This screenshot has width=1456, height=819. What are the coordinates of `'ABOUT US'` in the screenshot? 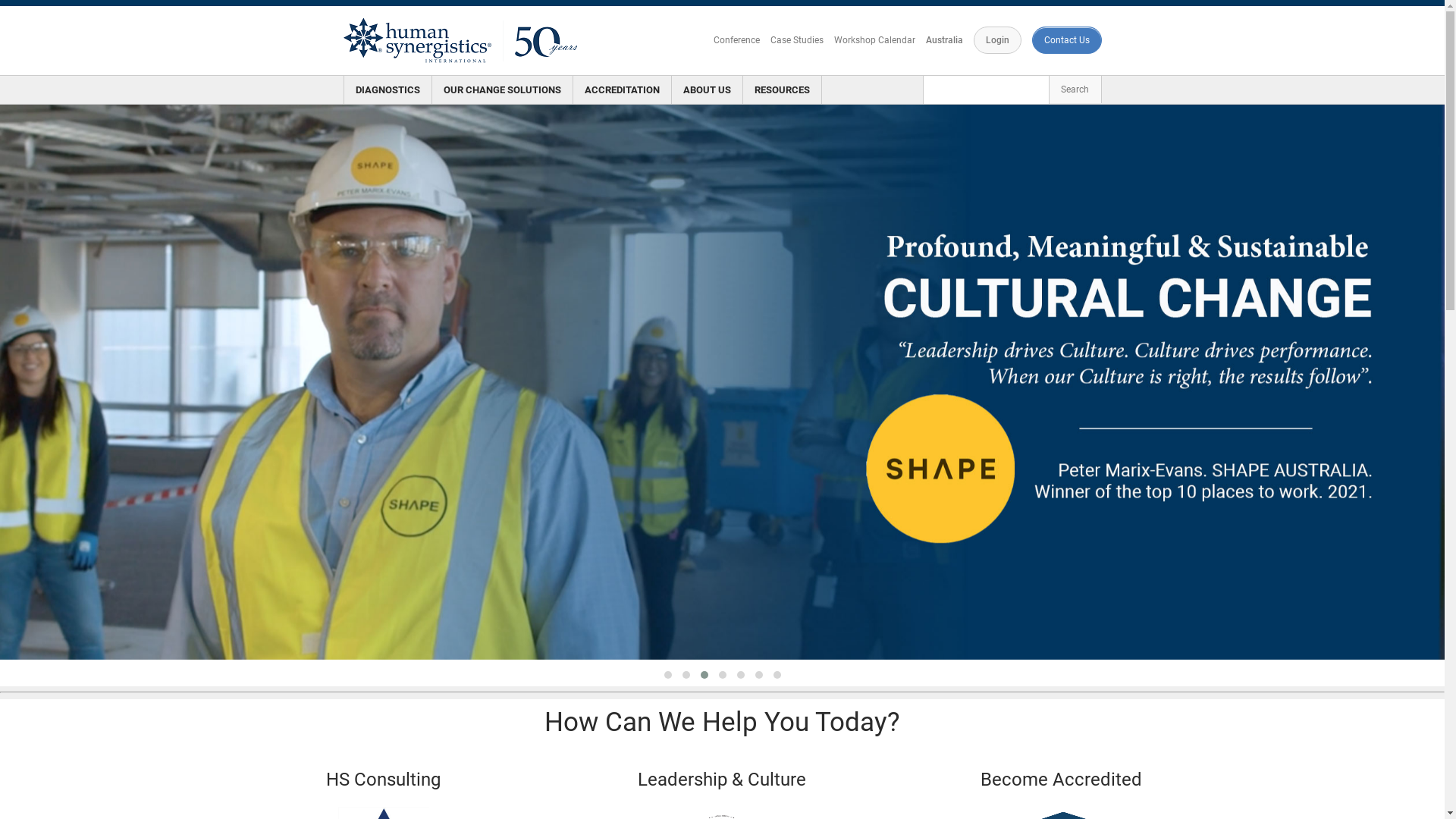 It's located at (706, 89).